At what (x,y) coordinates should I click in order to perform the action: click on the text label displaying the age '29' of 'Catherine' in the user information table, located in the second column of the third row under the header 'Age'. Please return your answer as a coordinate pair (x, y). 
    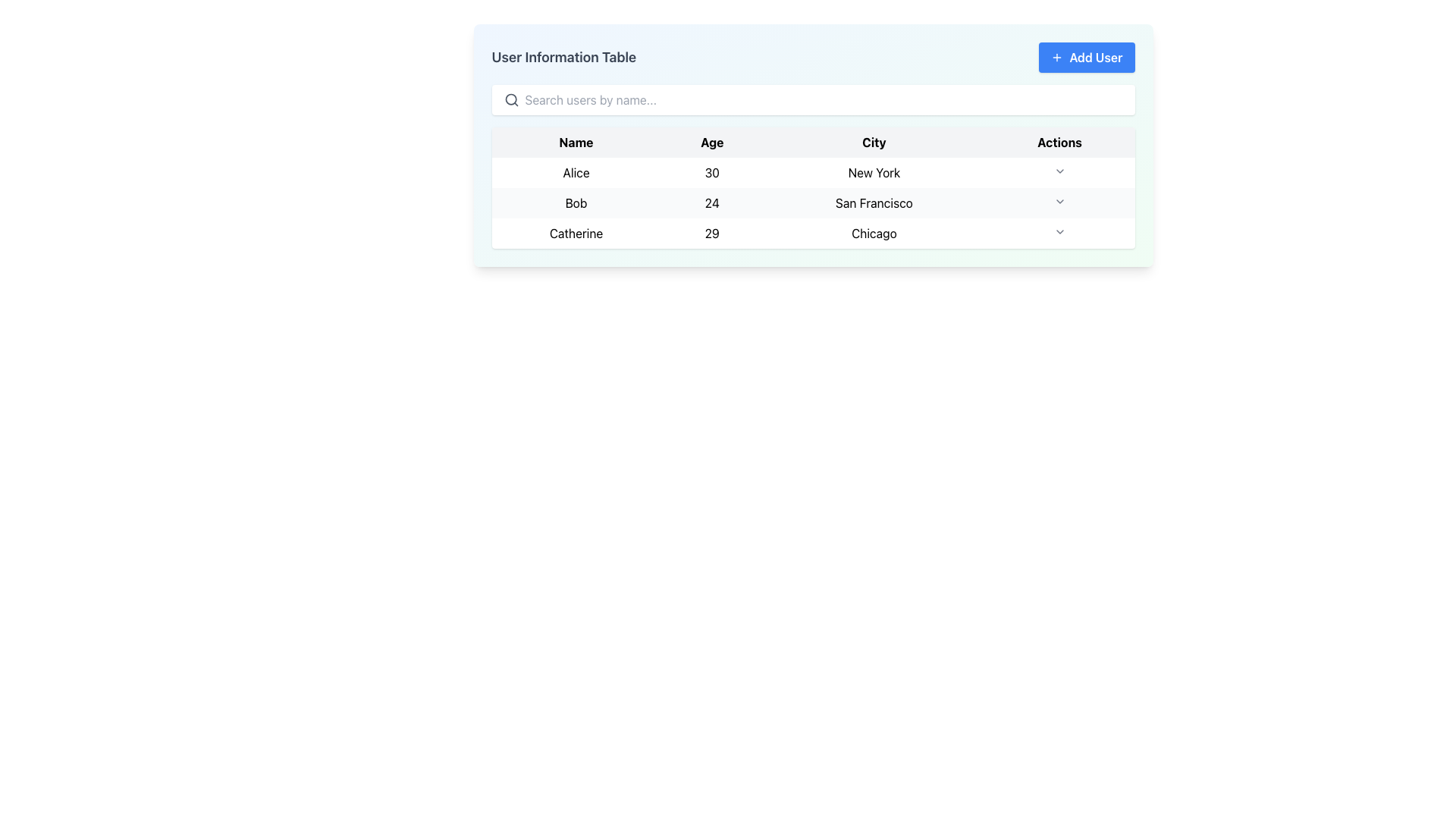
    Looking at the image, I should click on (711, 234).